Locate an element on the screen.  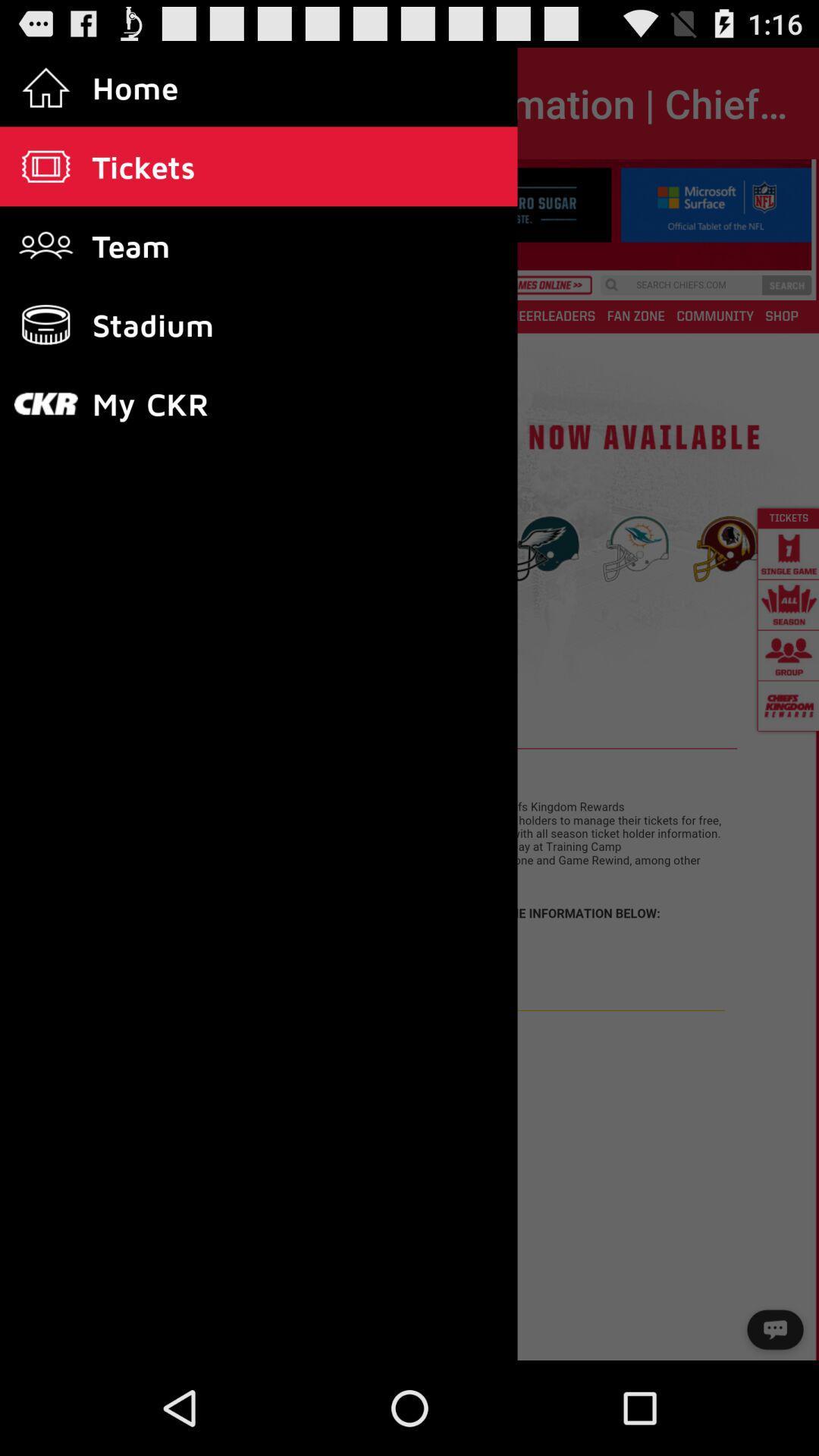
menu is located at coordinates (409, 760).